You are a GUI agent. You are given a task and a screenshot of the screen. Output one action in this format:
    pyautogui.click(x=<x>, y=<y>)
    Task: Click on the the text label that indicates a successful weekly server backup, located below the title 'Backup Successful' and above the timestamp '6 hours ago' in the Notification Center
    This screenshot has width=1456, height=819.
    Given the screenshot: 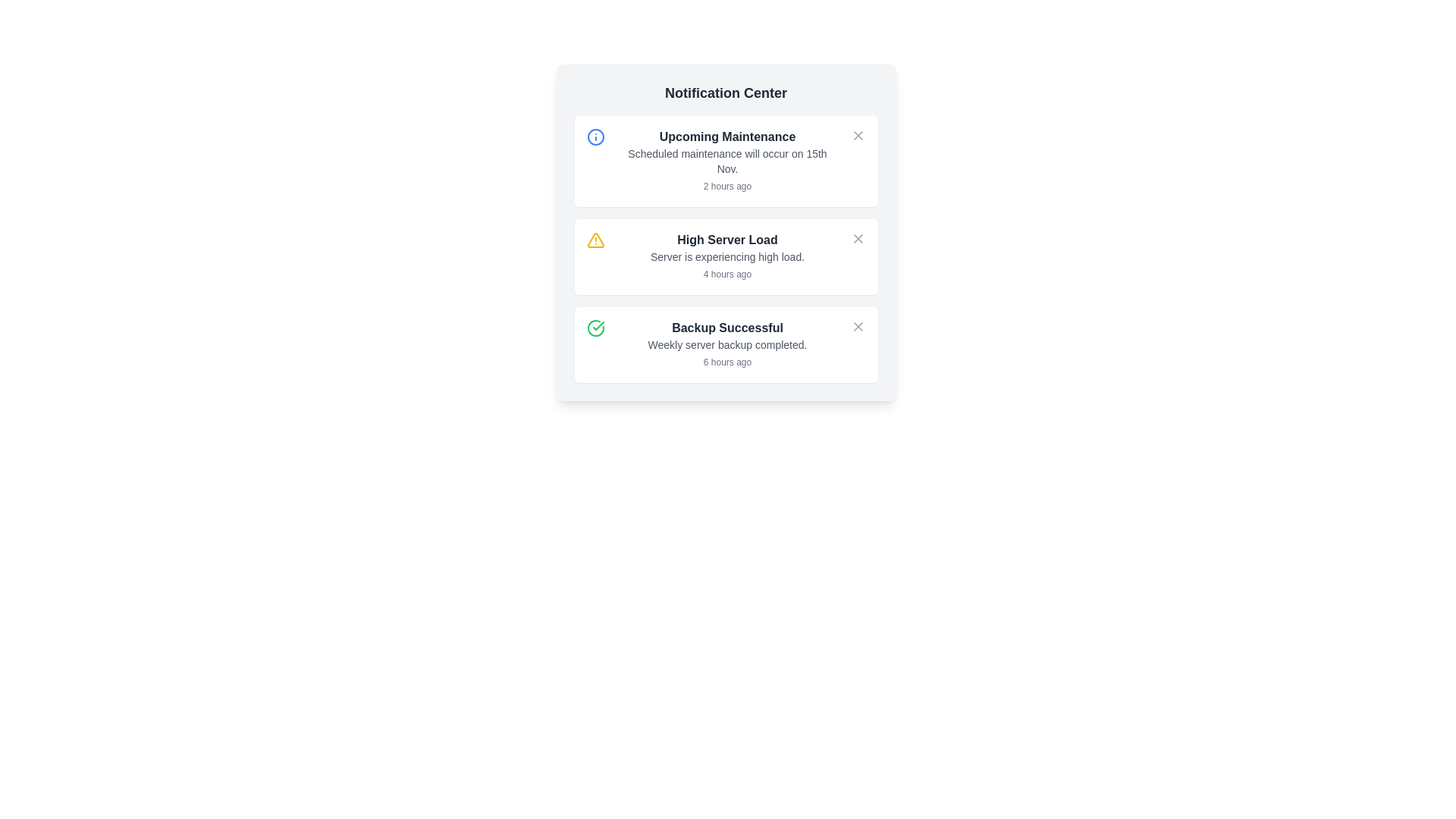 What is the action you would take?
    pyautogui.click(x=726, y=345)
    